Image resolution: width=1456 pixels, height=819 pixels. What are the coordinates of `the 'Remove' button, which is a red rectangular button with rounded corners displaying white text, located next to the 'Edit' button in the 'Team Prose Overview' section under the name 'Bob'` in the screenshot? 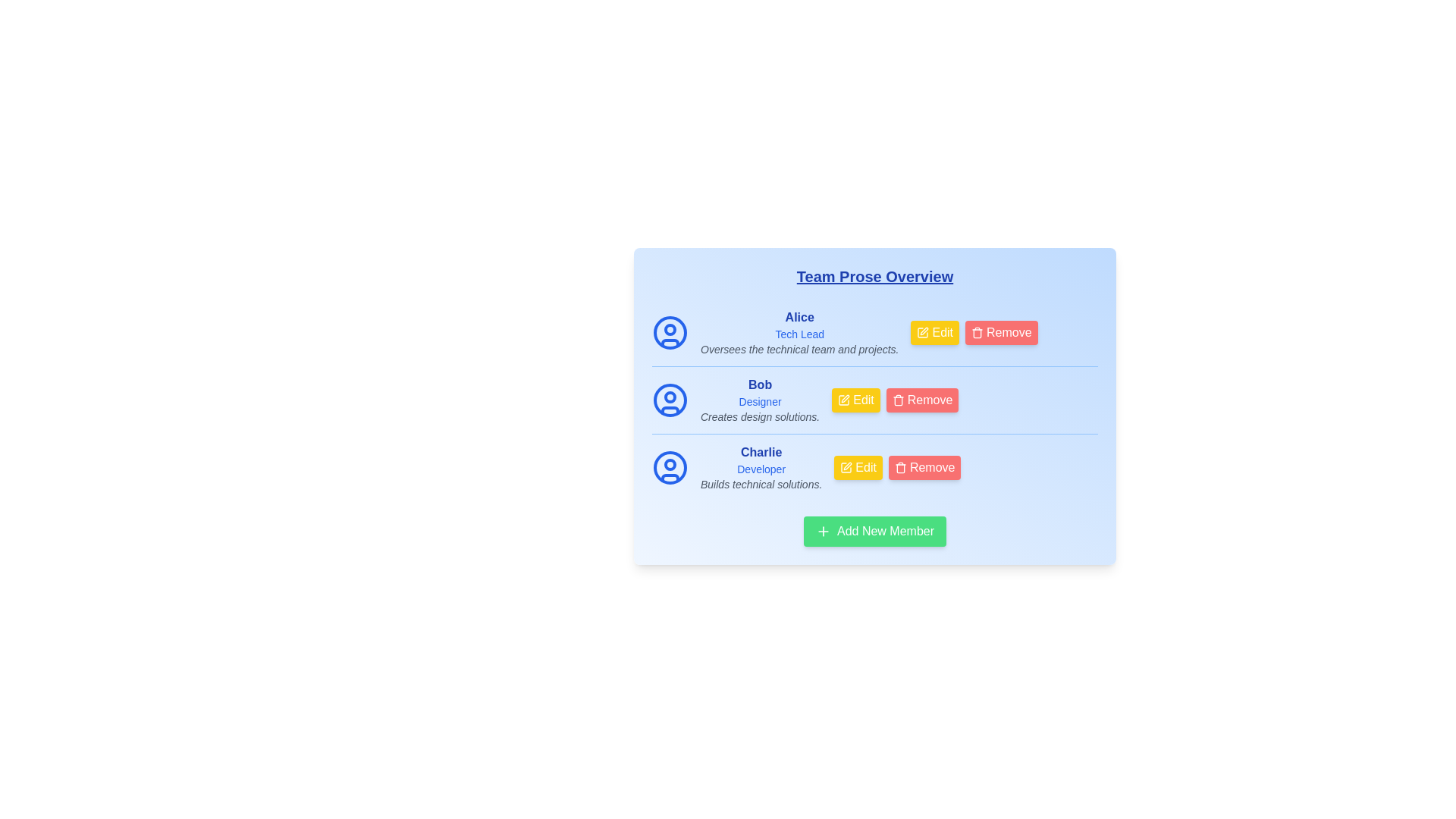 It's located at (927, 400).